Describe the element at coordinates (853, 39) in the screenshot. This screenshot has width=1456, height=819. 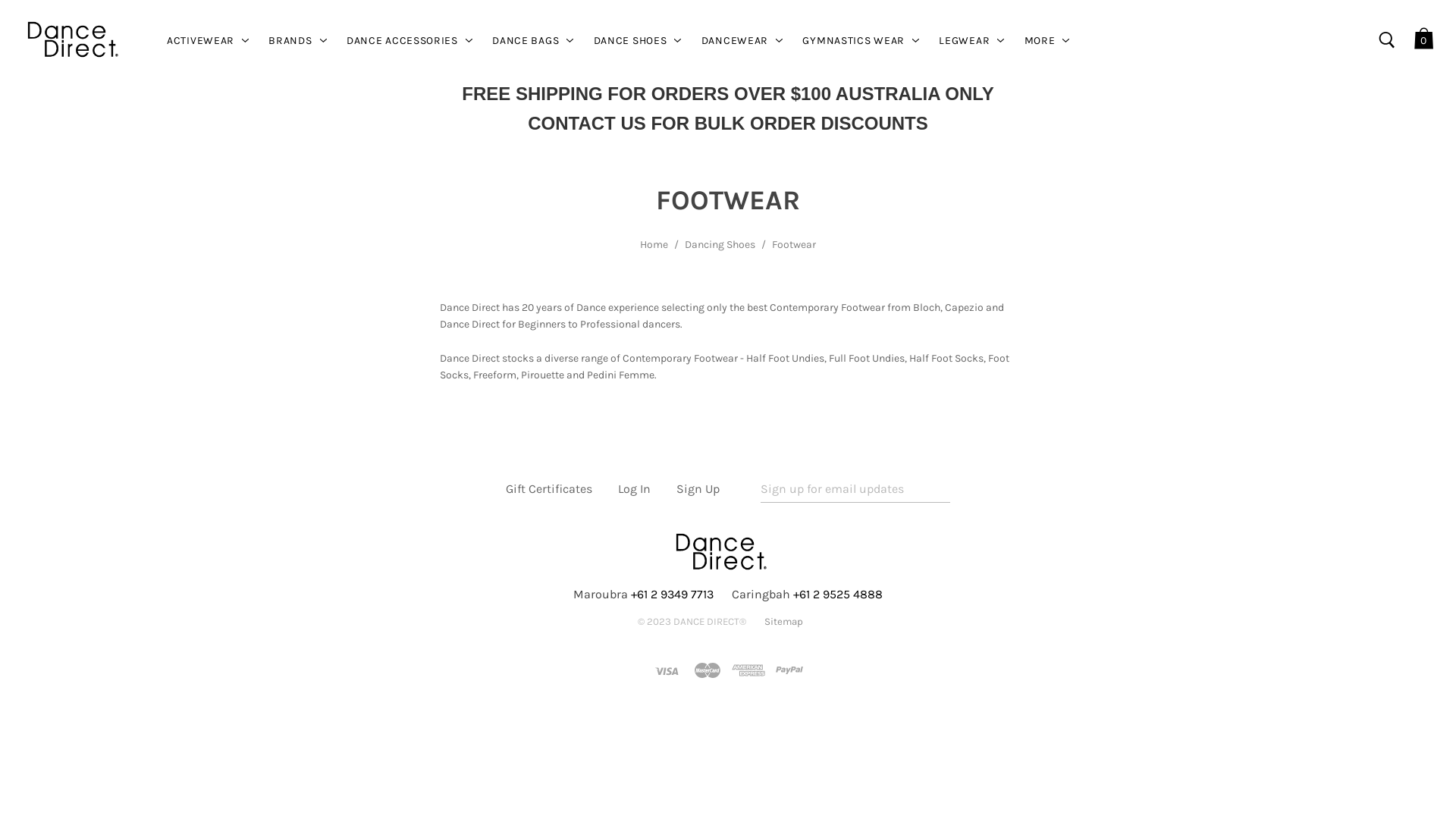
I see `'GYMNASTICS WEAR'` at that location.